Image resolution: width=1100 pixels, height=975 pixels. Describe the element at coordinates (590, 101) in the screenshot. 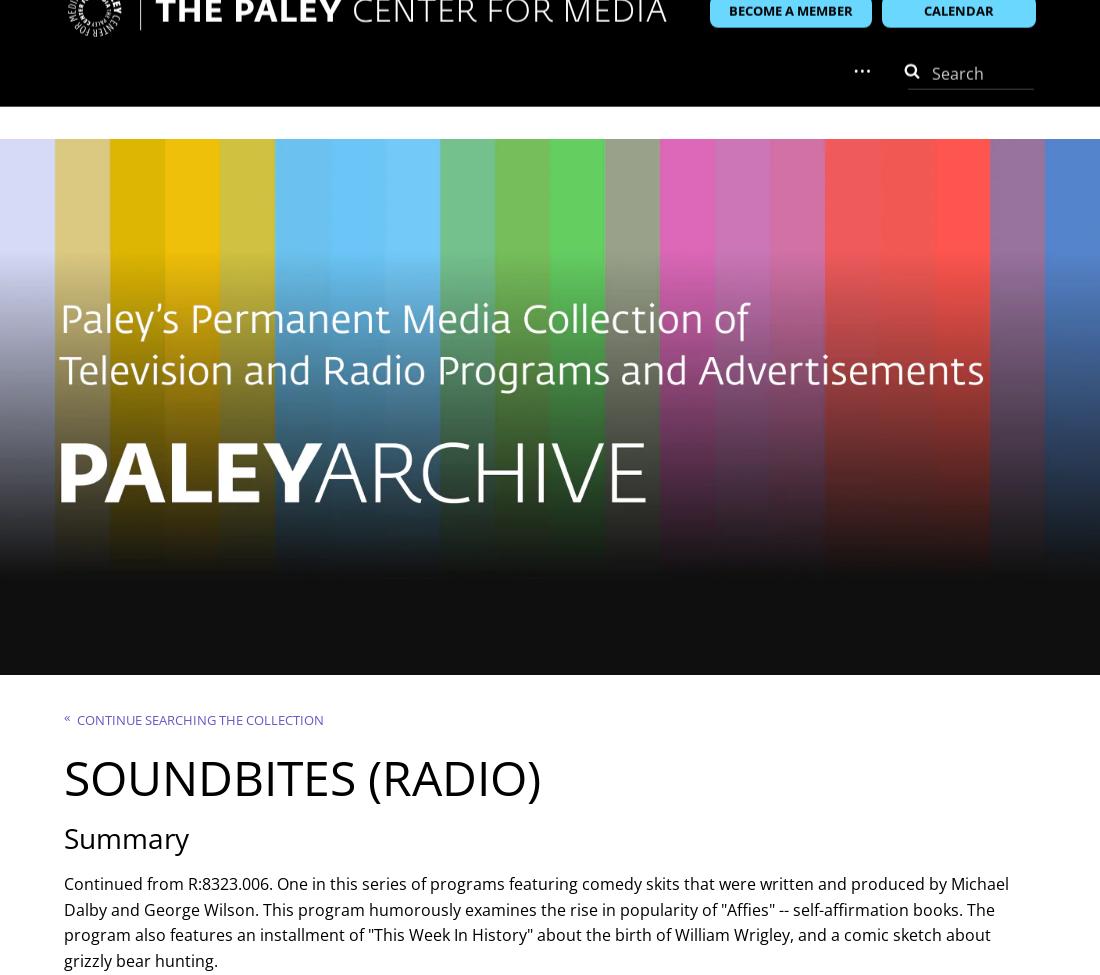

I see `'Education'` at that location.